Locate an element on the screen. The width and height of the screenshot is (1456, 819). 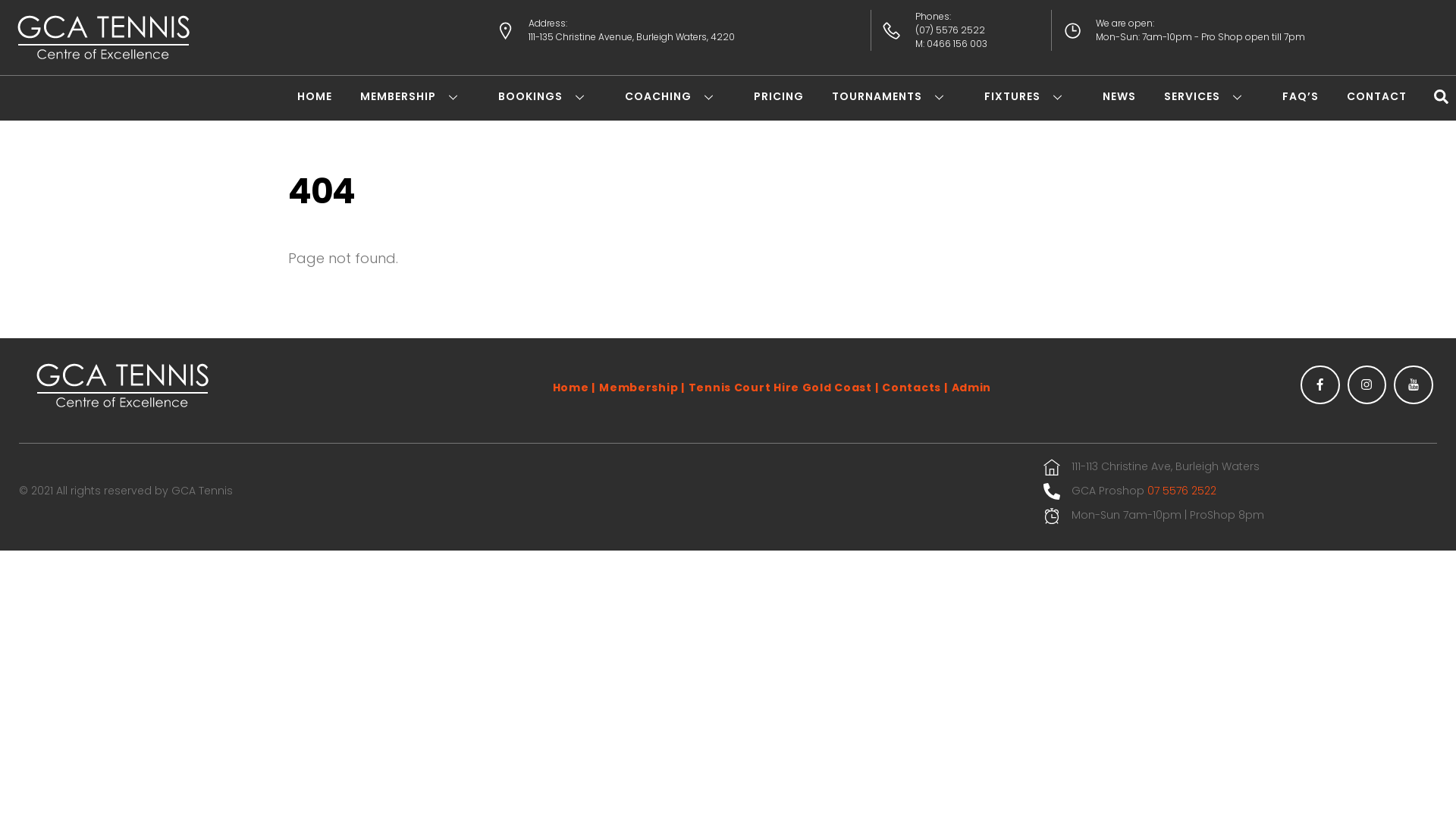
'Admin' is located at coordinates (971, 386).